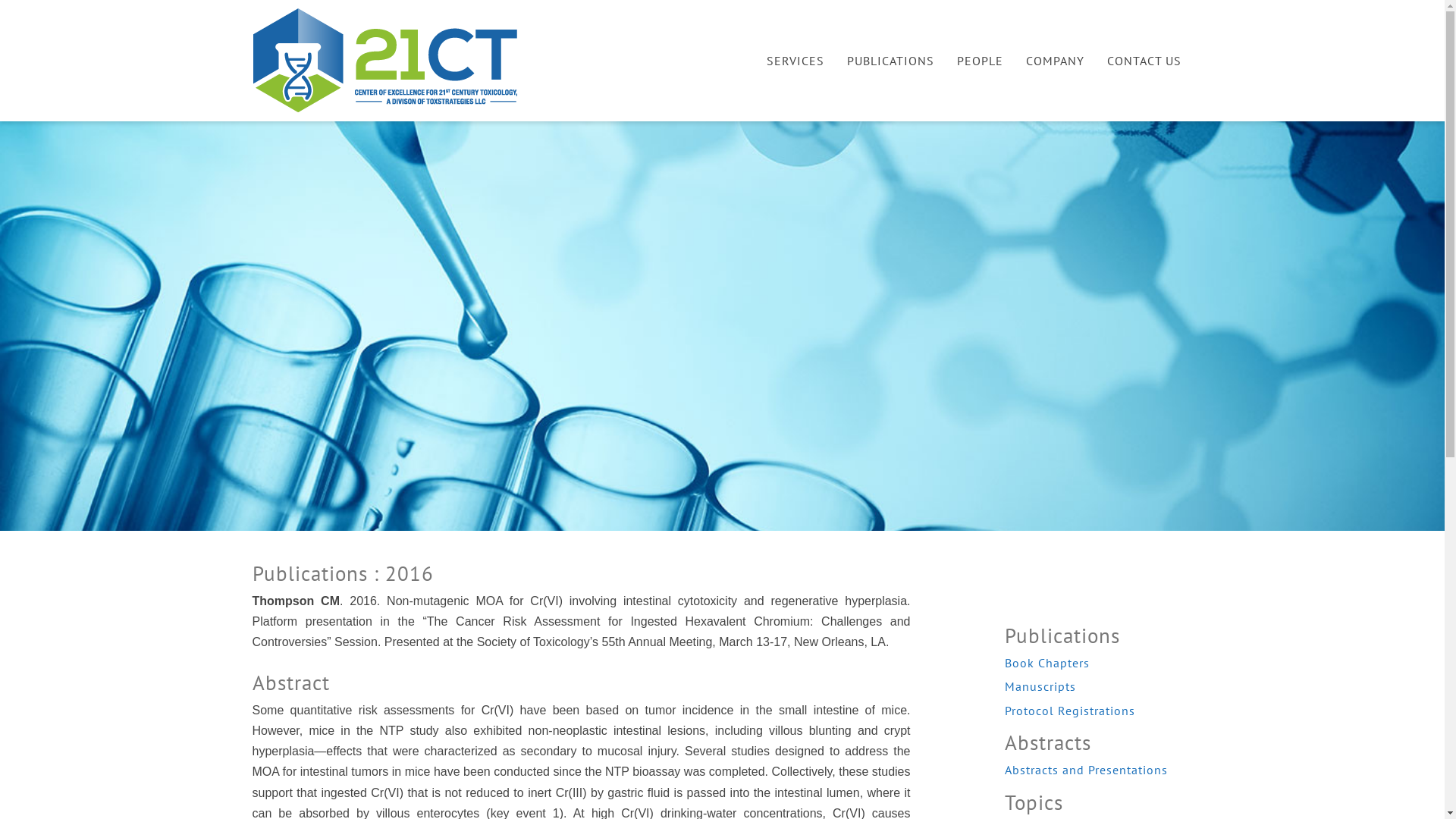 The image size is (1456, 819). I want to click on 'COMPANY', so click(1015, 60).